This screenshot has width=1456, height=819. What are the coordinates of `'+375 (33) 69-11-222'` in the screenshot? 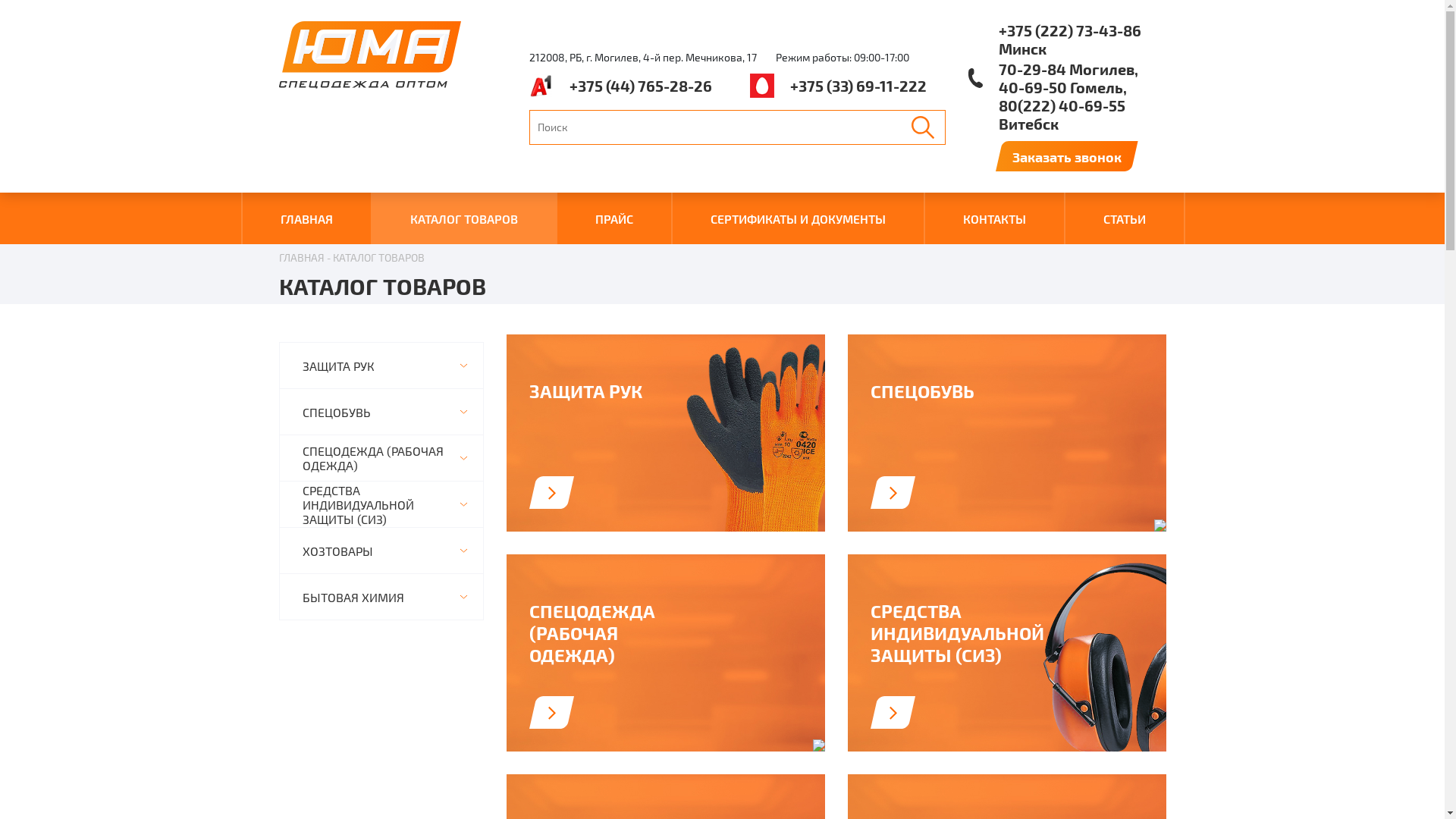 It's located at (836, 84).